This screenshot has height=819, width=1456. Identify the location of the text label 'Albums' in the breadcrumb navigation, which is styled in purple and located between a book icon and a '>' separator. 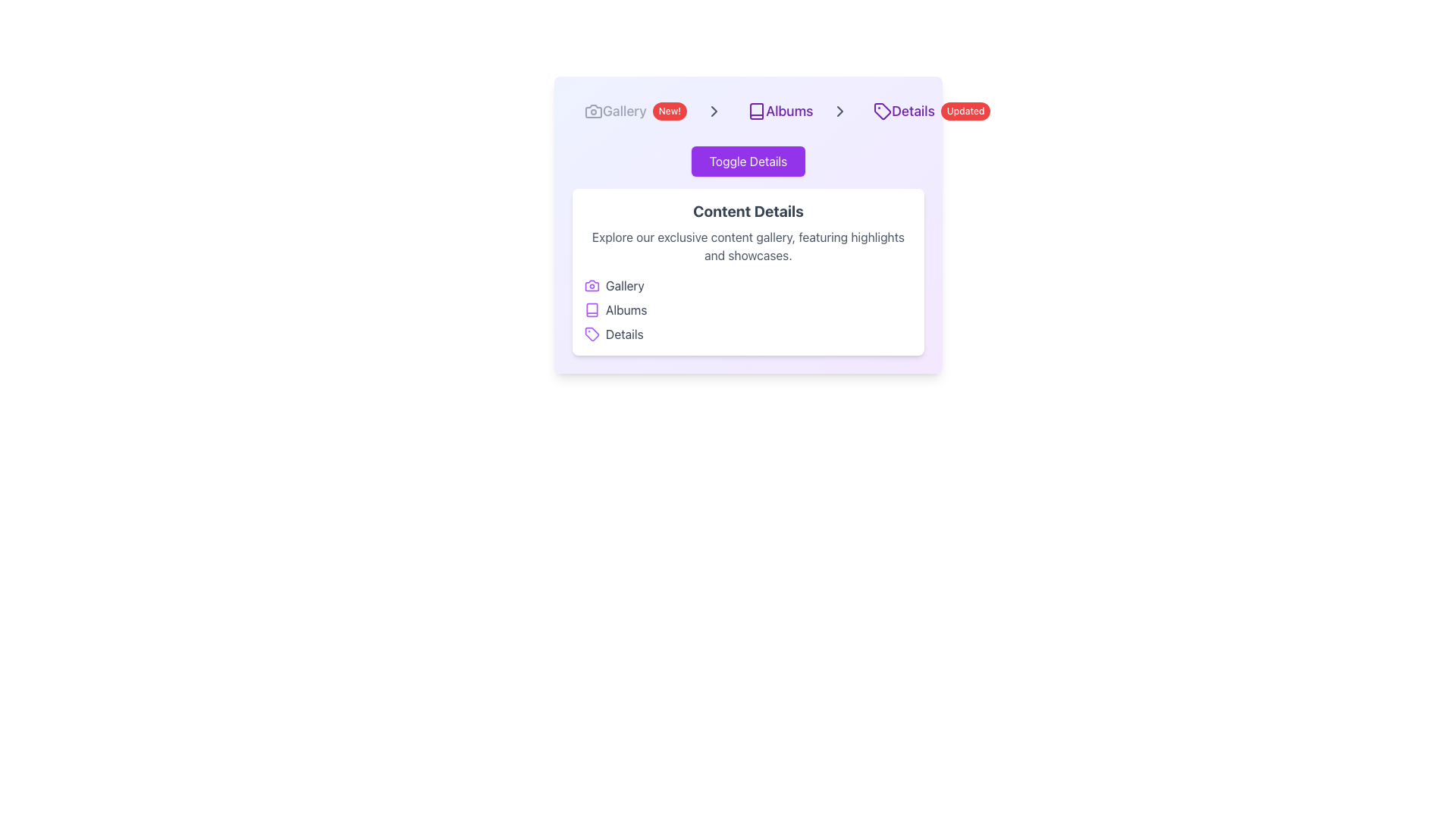
(789, 110).